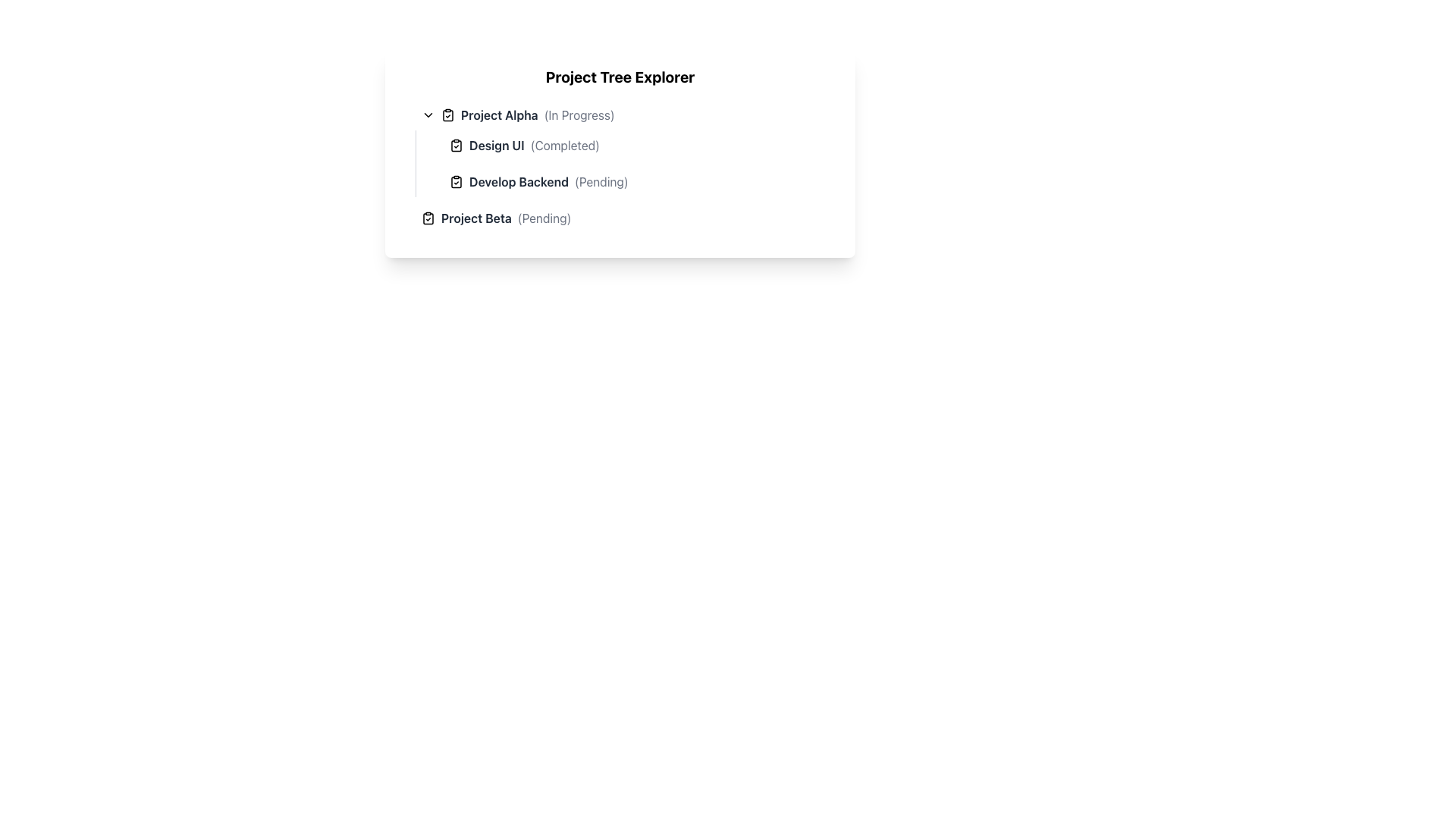 This screenshot has width=1456, height=819. Describe the element at coordinates (455, 180) in the screenshot. I see `the status icon indicating 'Develop Backend (Pending)' which is the first graphical component aligned to the left margin of the text in the list under 'Project Alpha (In Progress)'` at that location.